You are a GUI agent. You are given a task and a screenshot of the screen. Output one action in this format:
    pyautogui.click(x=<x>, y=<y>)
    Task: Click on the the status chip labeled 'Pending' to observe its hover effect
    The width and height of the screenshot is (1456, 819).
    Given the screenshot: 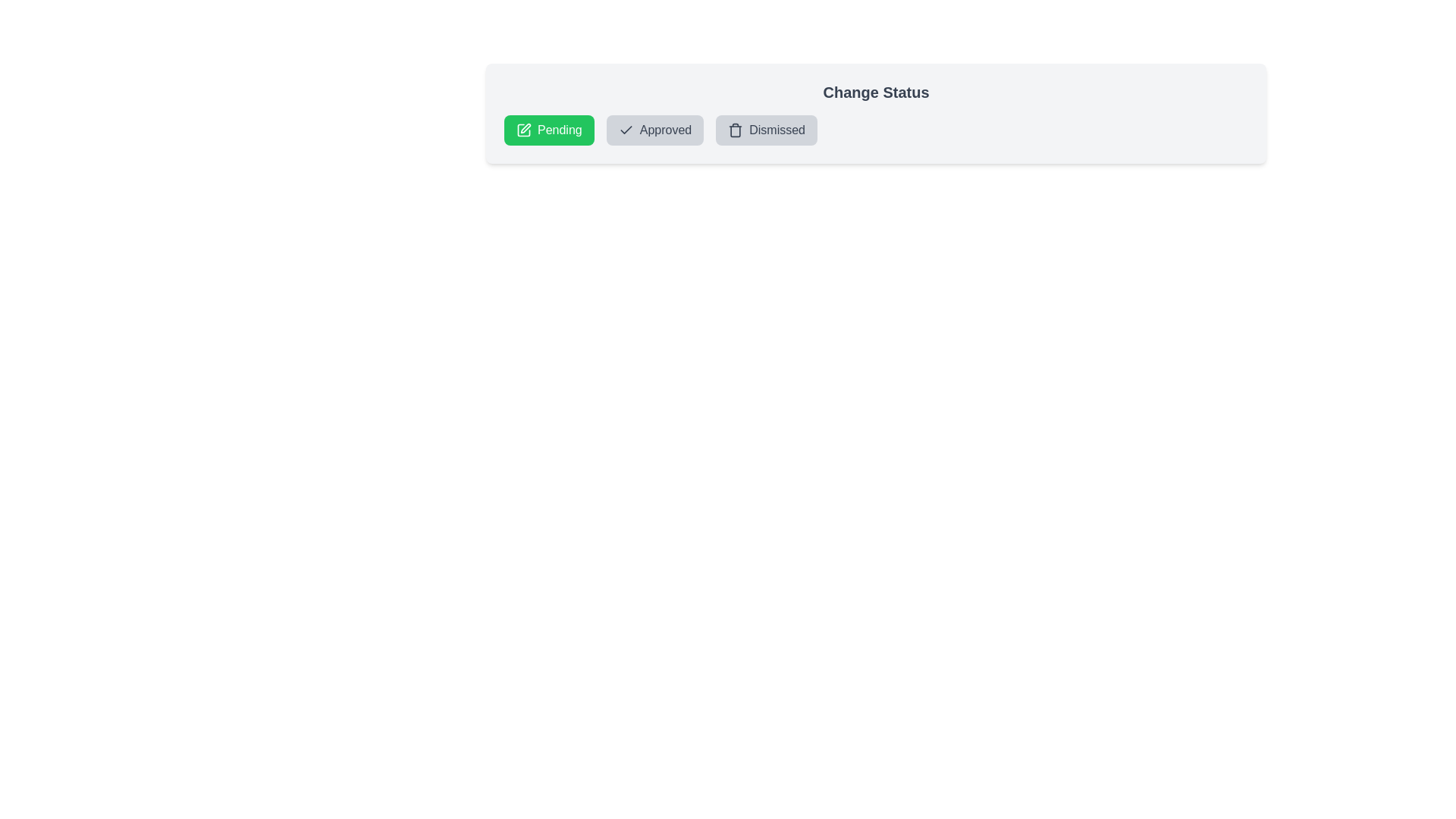 What is the action you would take?
    pyautogui.click(x=548, y=130)
    